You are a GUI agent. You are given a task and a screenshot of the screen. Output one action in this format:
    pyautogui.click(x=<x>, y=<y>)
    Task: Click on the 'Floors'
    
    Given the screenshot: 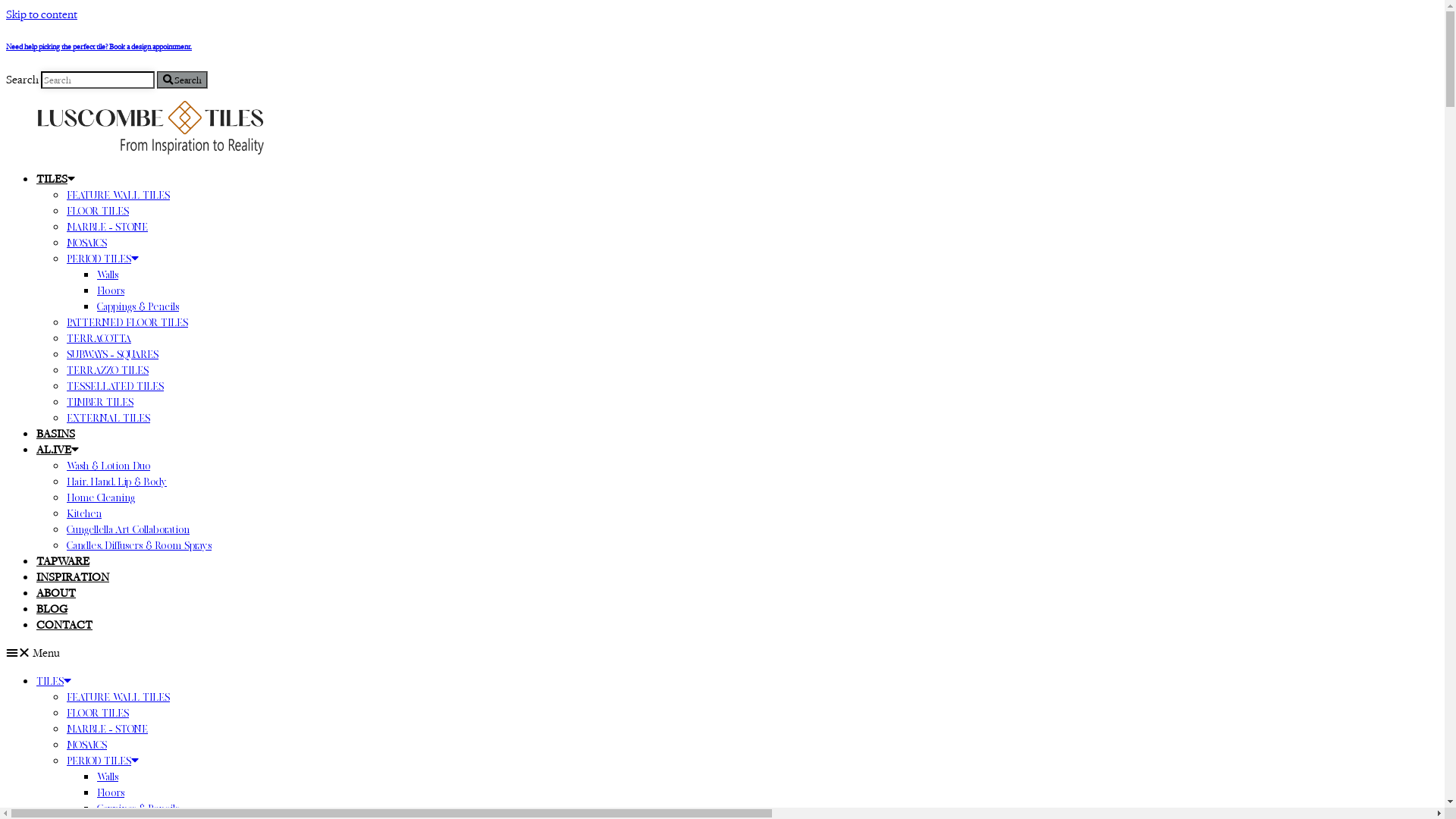 What is the action you would take?
    pyautogui.click(x=109, y=792)
    